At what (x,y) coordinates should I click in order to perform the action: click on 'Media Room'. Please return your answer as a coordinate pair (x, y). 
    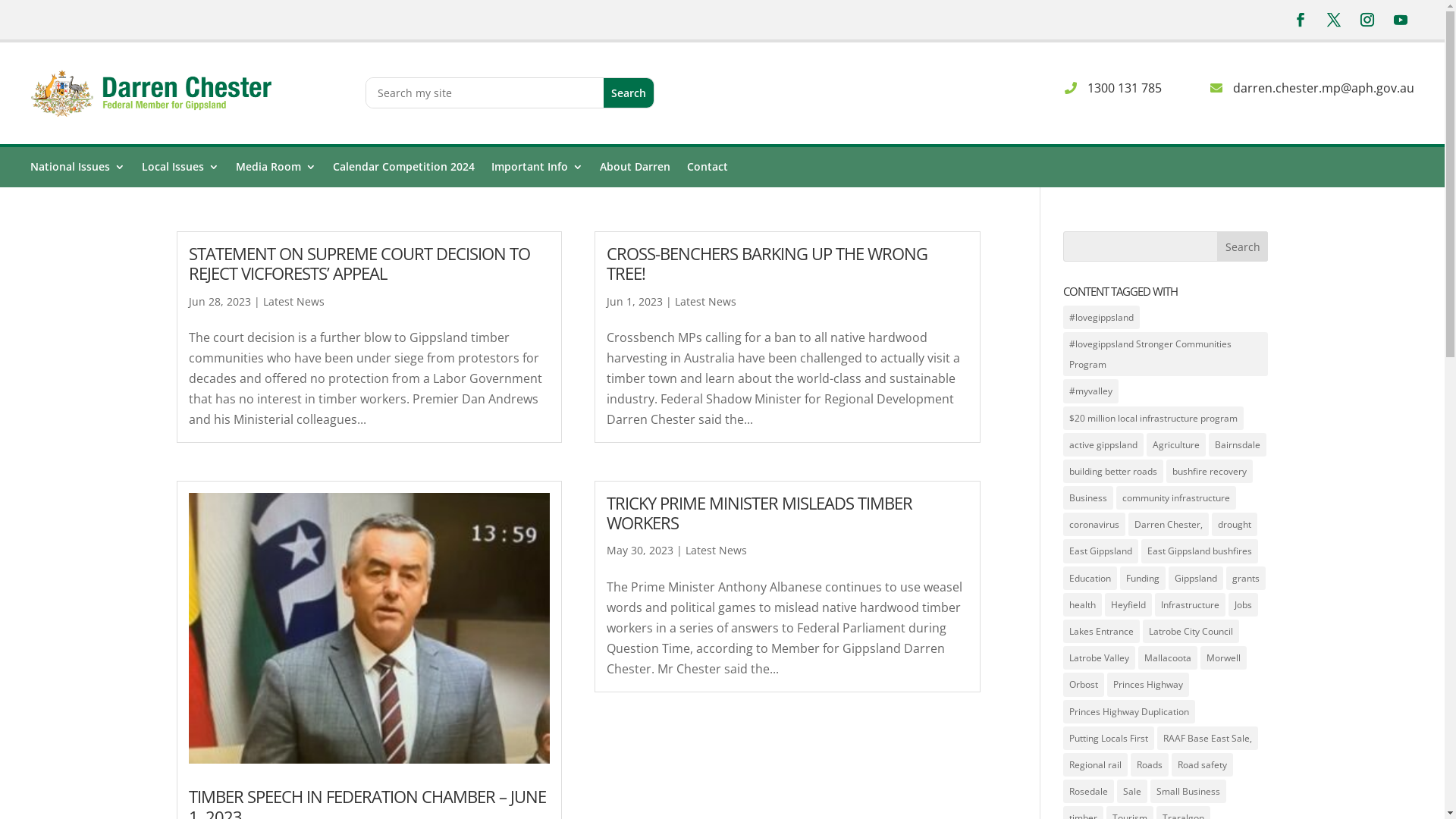
    Looking at the image, I should click on (276, 169).